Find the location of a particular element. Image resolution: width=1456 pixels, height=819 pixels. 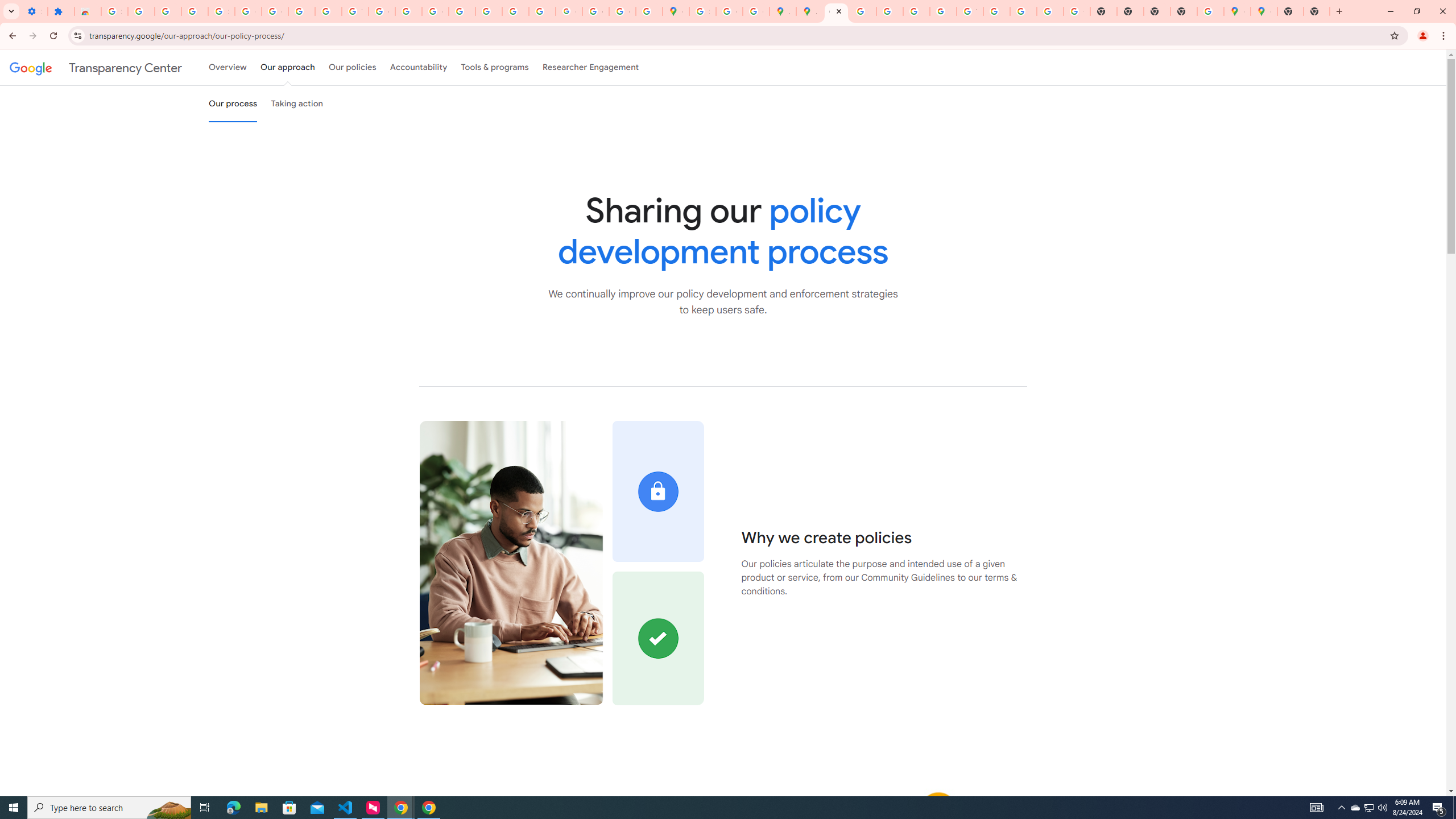

'Privacy Help Center - Policies Help' is located at coordinates (890, 11).